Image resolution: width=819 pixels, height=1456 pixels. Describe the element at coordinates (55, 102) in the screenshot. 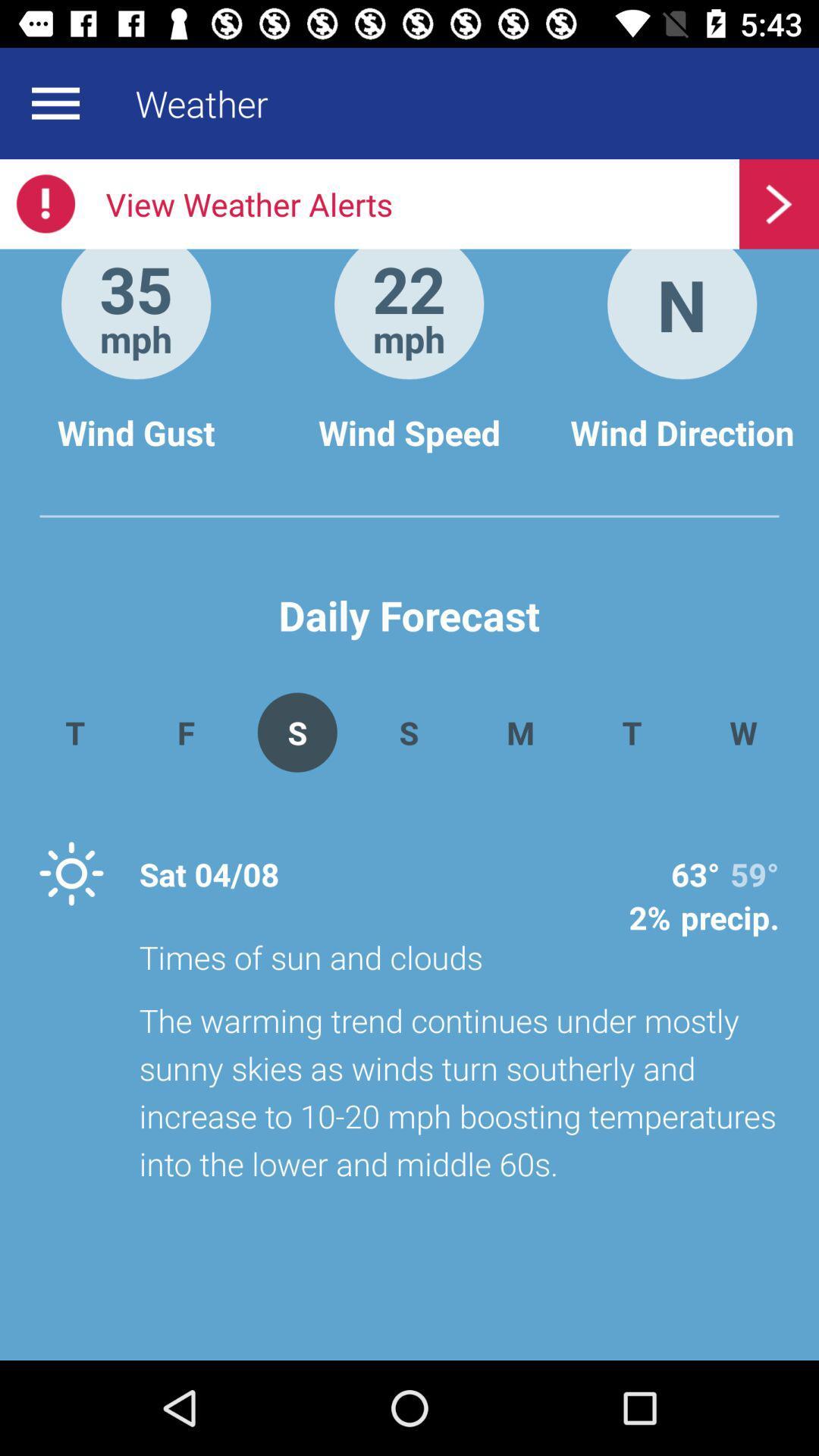

I see `the menu icon` at that location.